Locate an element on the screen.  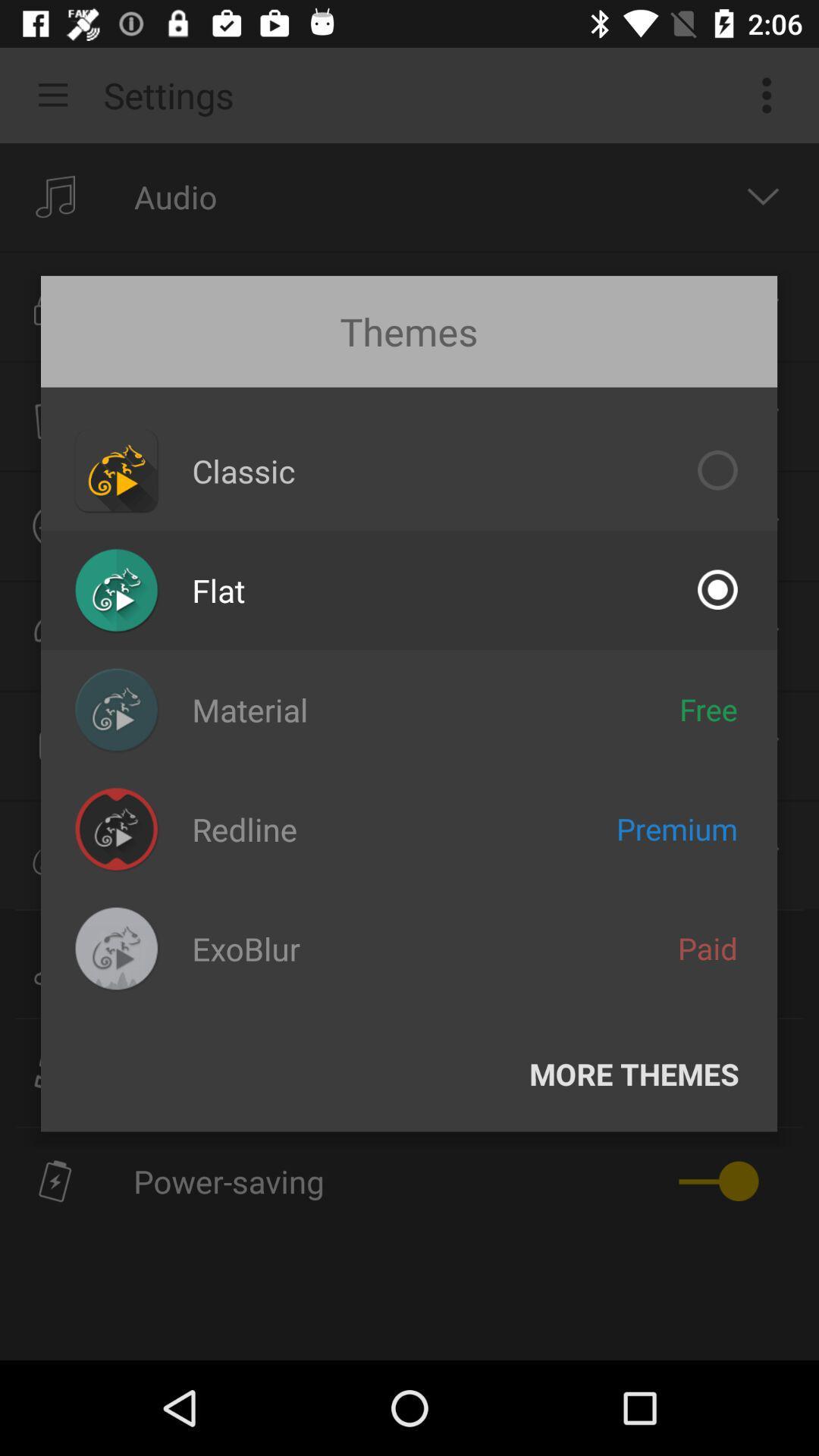
item above premium icon is located at coordinates (708, 708).